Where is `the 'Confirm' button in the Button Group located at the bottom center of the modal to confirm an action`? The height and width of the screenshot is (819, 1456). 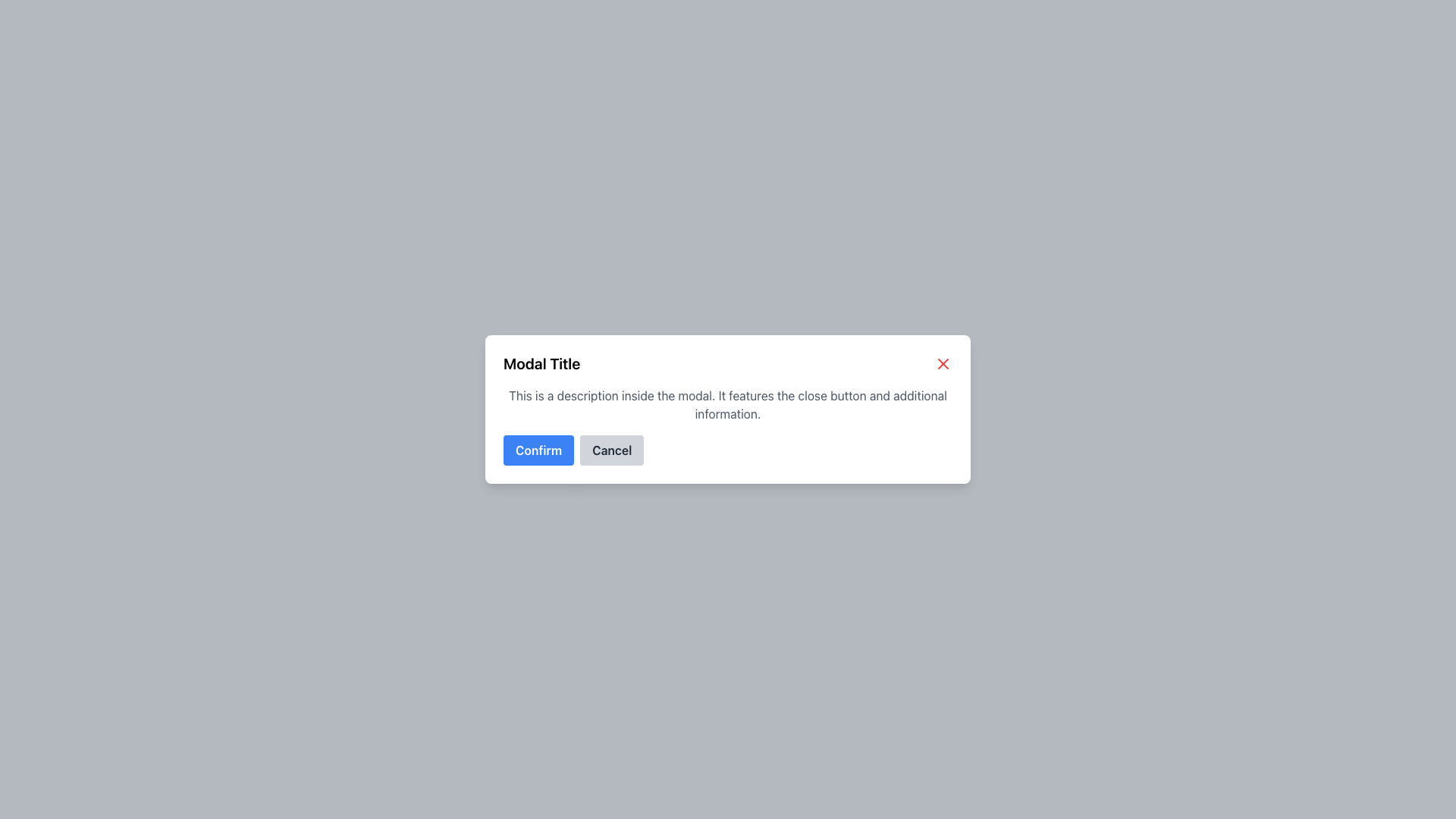
the 'Confirm' button in the Button Group located at the bottom center of the modal to confirm an action is located at coordinates (573, 450).